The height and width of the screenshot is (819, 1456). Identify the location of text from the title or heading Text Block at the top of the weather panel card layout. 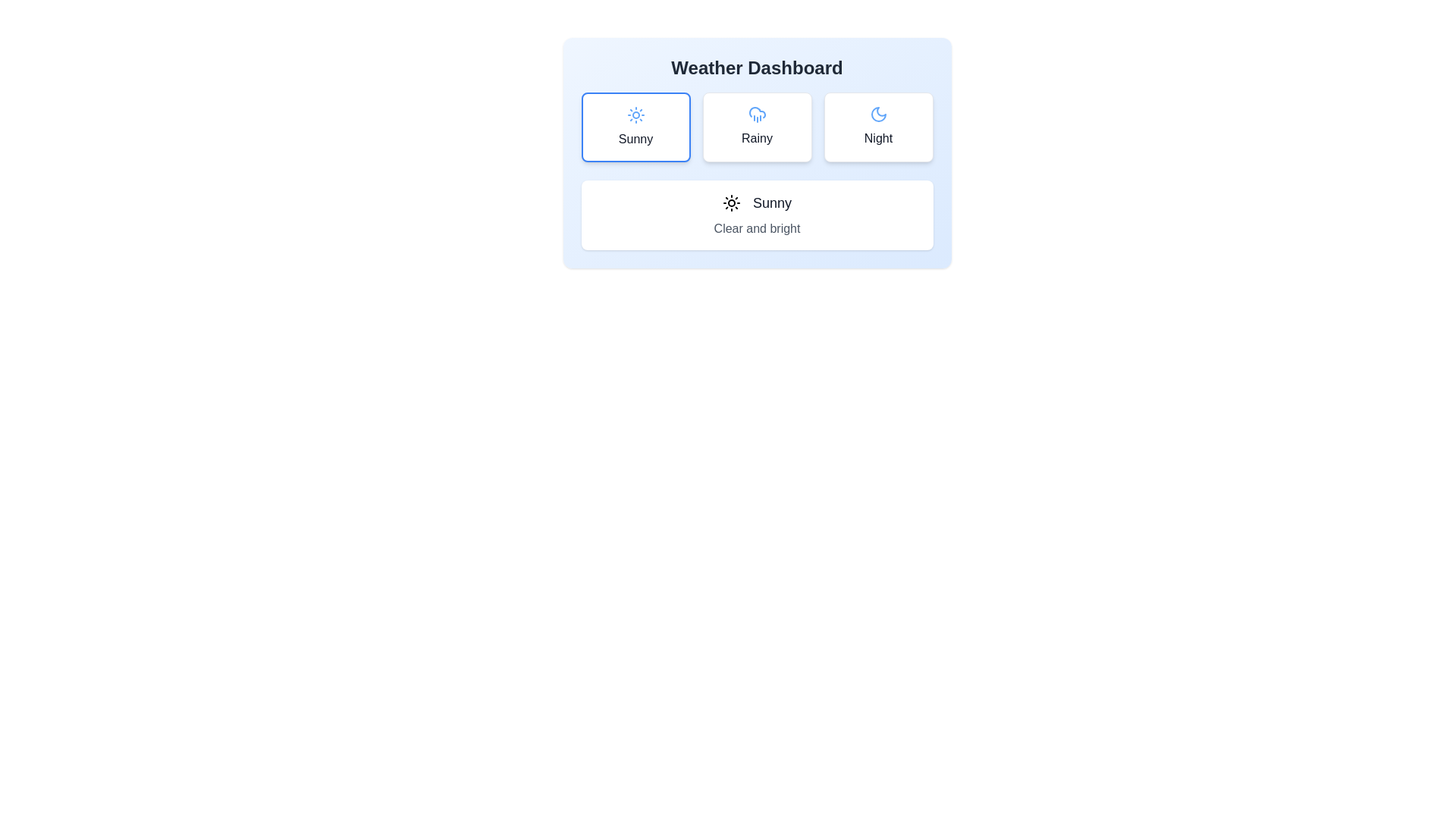
(757, 67).